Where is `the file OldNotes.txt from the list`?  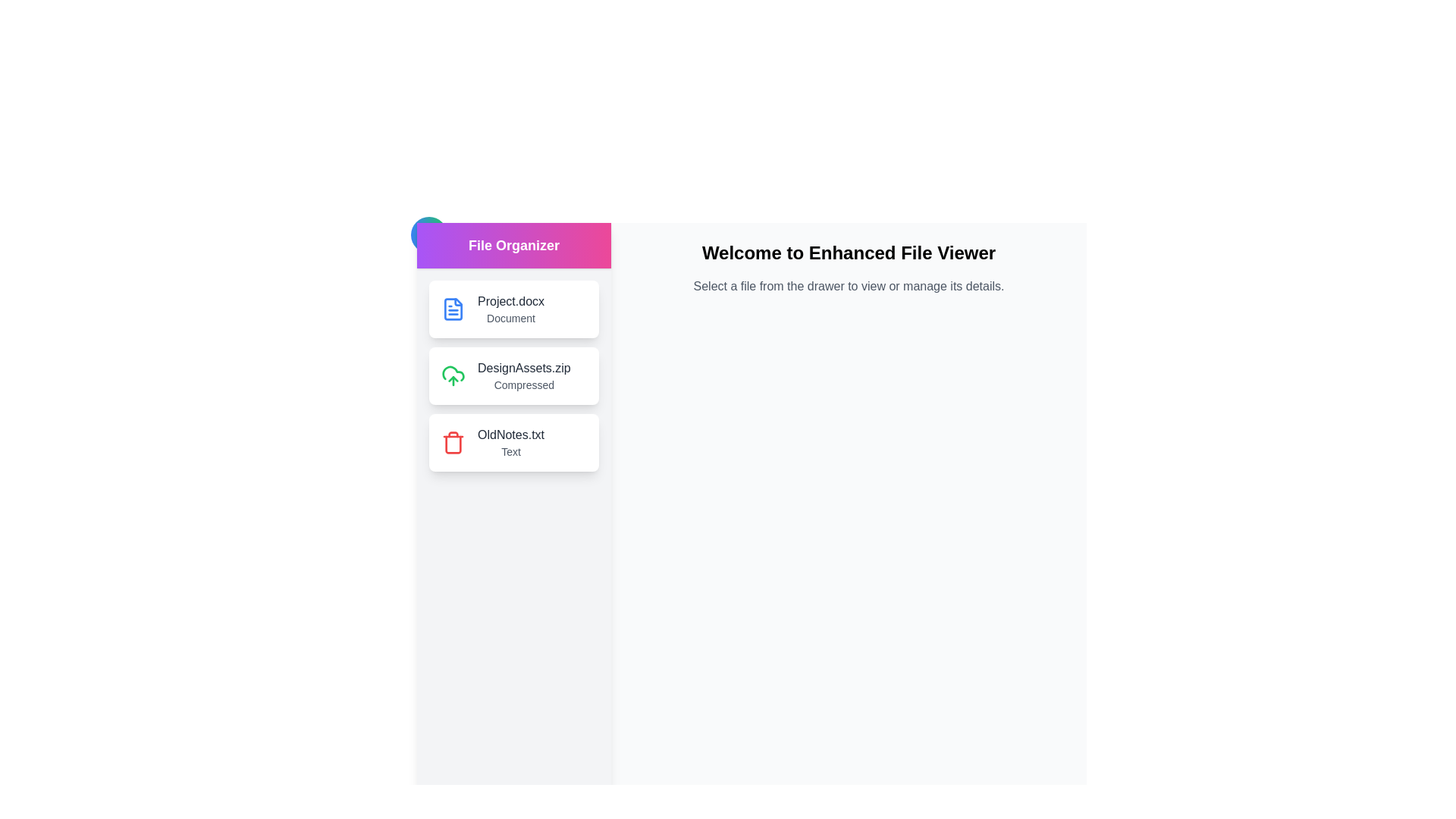
the file OldNotes.txt from the list is located at coordinates (513, 442).